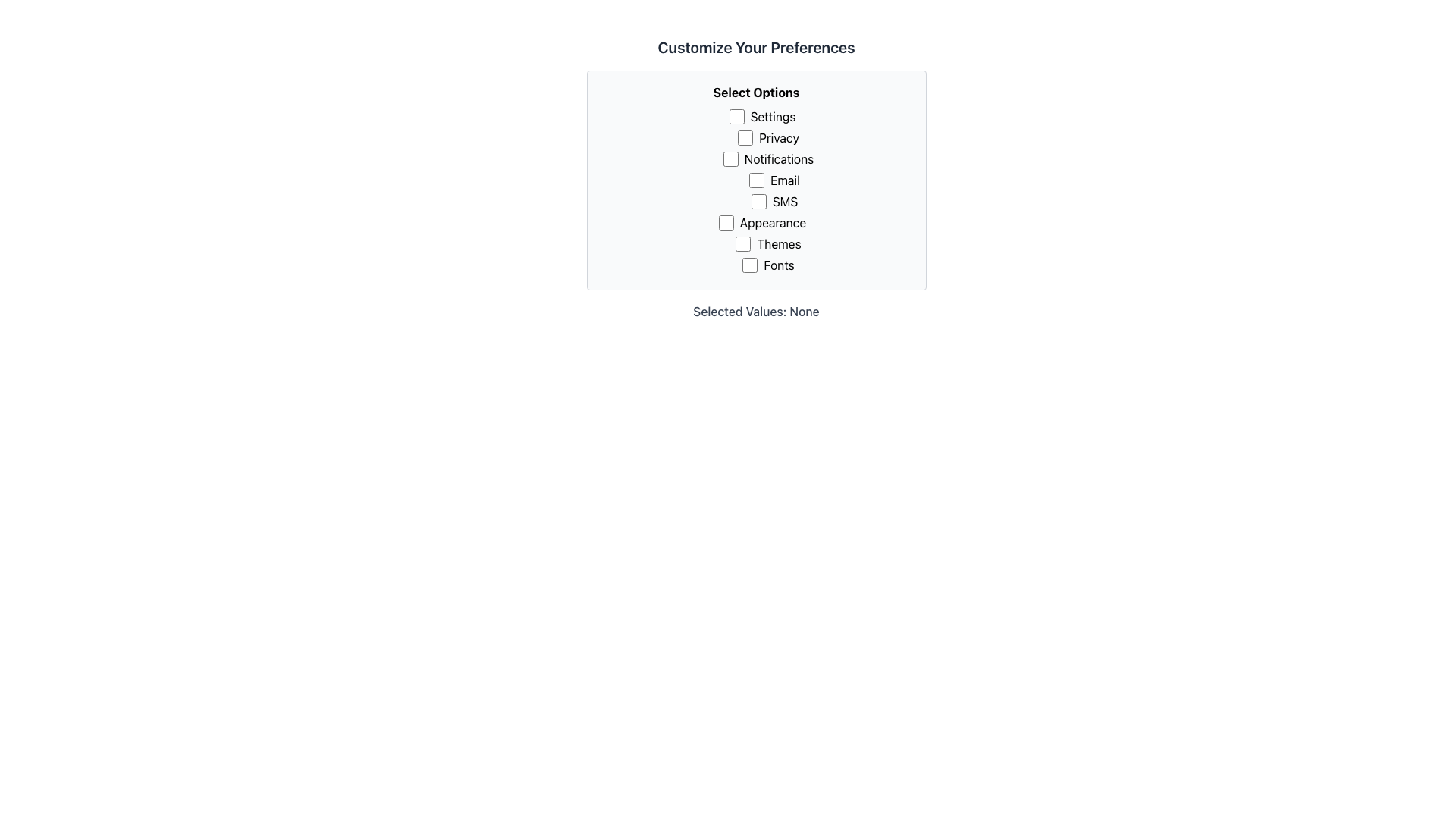 The image size is (1456, 819). I want to click on the 'SMS' label next to the checkbox in the 'Notifications' category, so click(774, 202).